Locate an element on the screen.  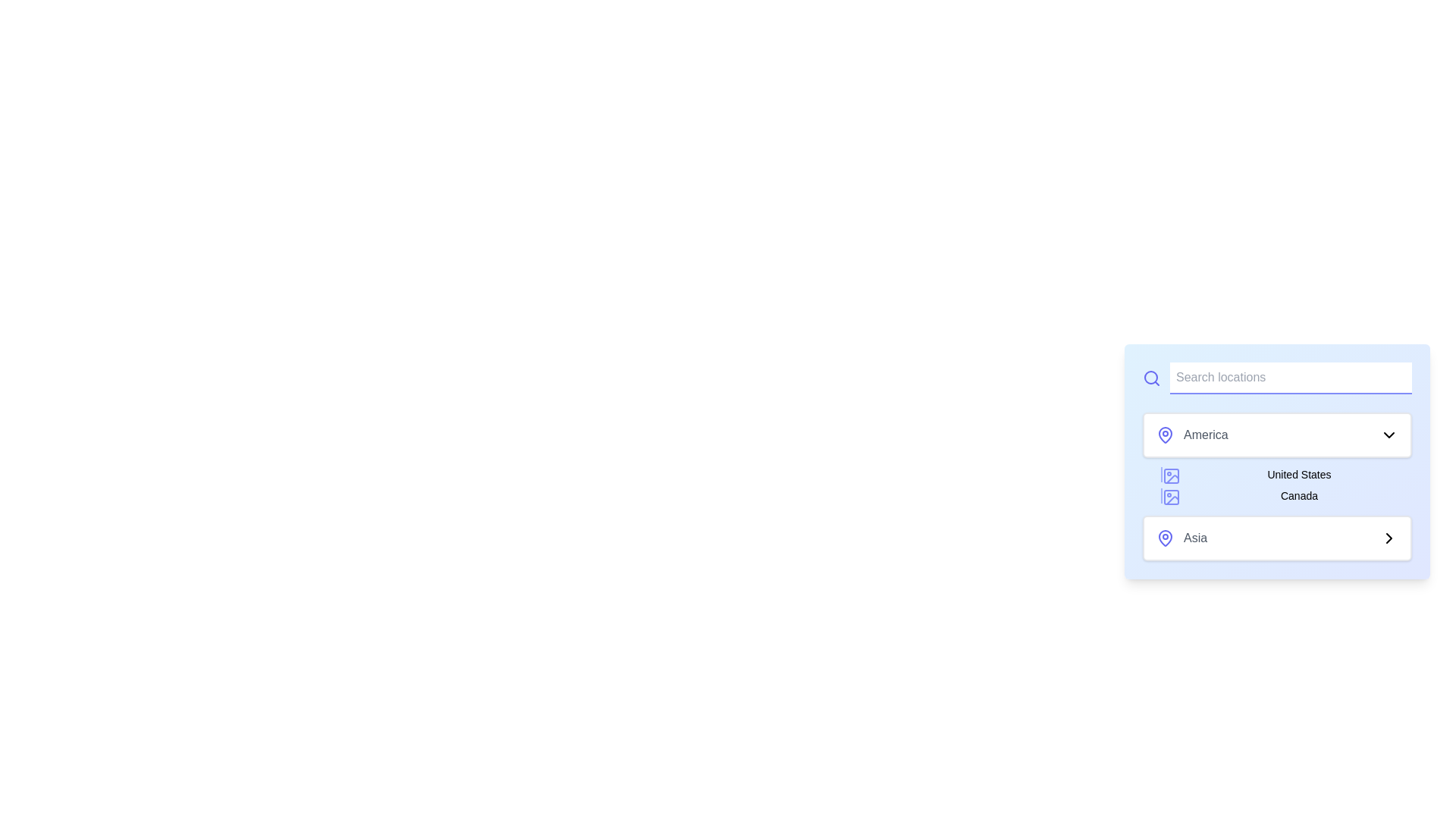
the selectable list item labeled 'Asia' with a location marker icon is located at coordinates (1181, 537).